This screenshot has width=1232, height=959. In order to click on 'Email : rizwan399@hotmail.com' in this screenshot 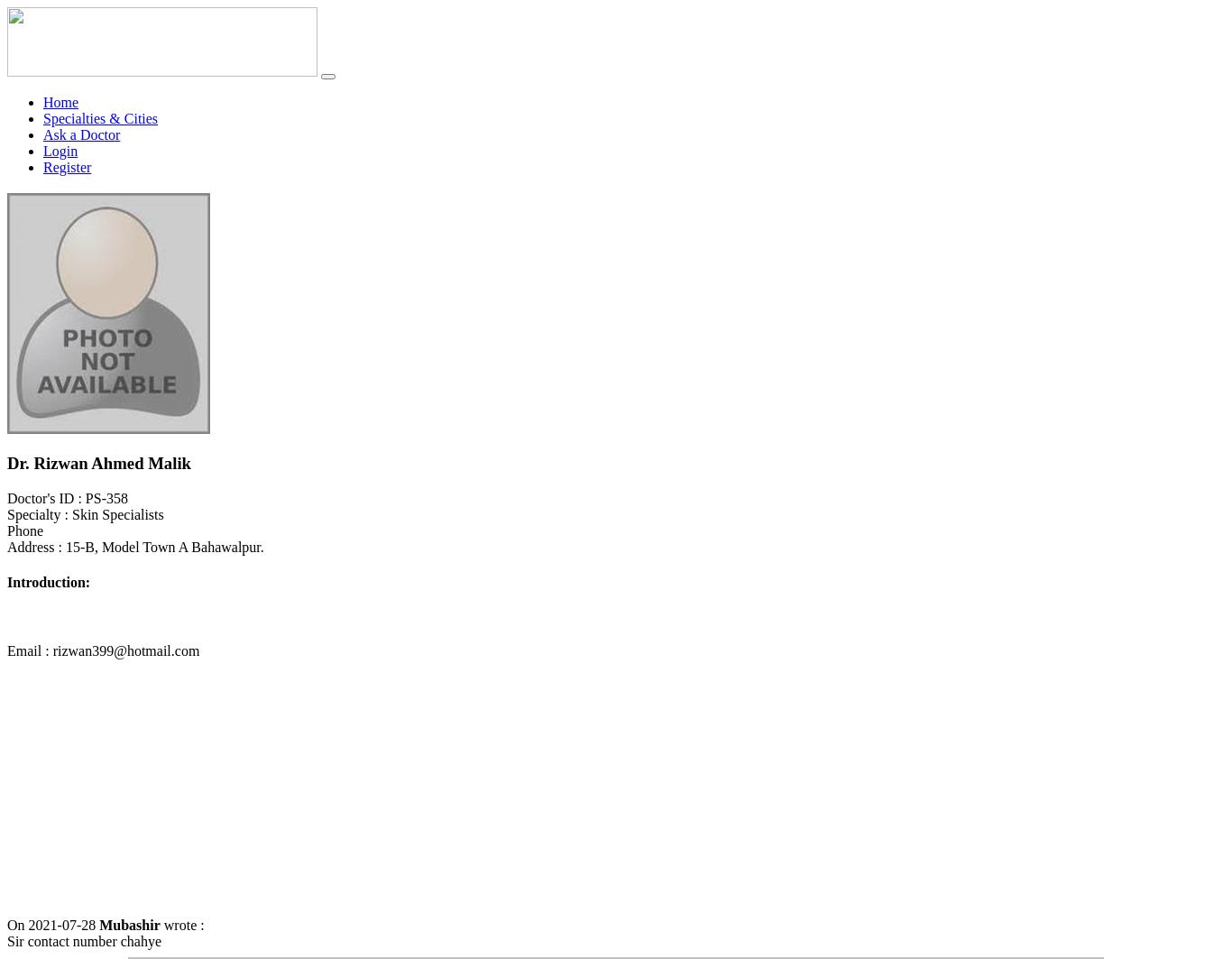, I will do `click(103, 649)`.